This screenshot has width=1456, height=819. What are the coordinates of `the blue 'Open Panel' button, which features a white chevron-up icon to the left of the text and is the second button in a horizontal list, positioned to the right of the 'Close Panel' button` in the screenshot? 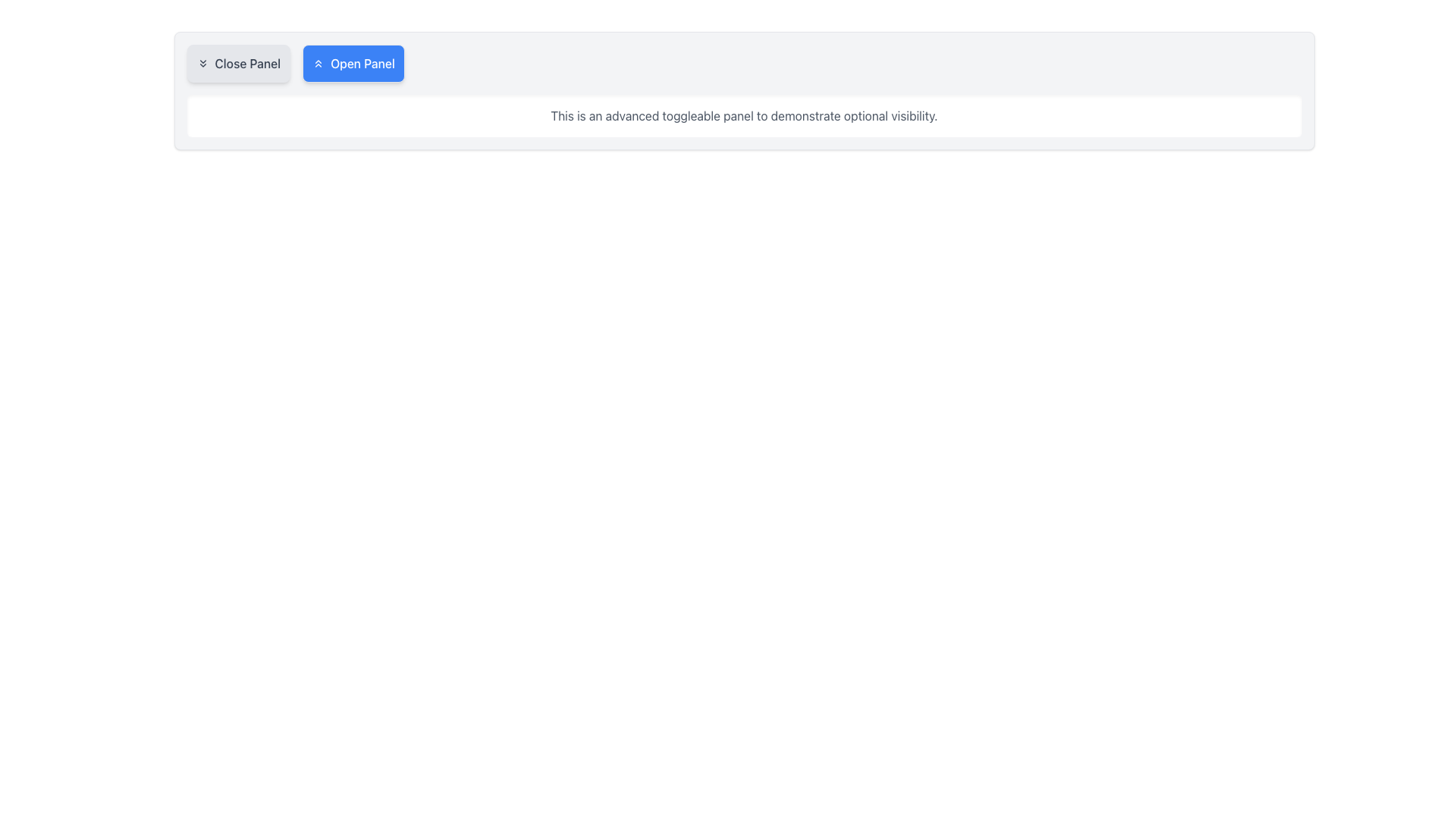 It's located at (353, 63).